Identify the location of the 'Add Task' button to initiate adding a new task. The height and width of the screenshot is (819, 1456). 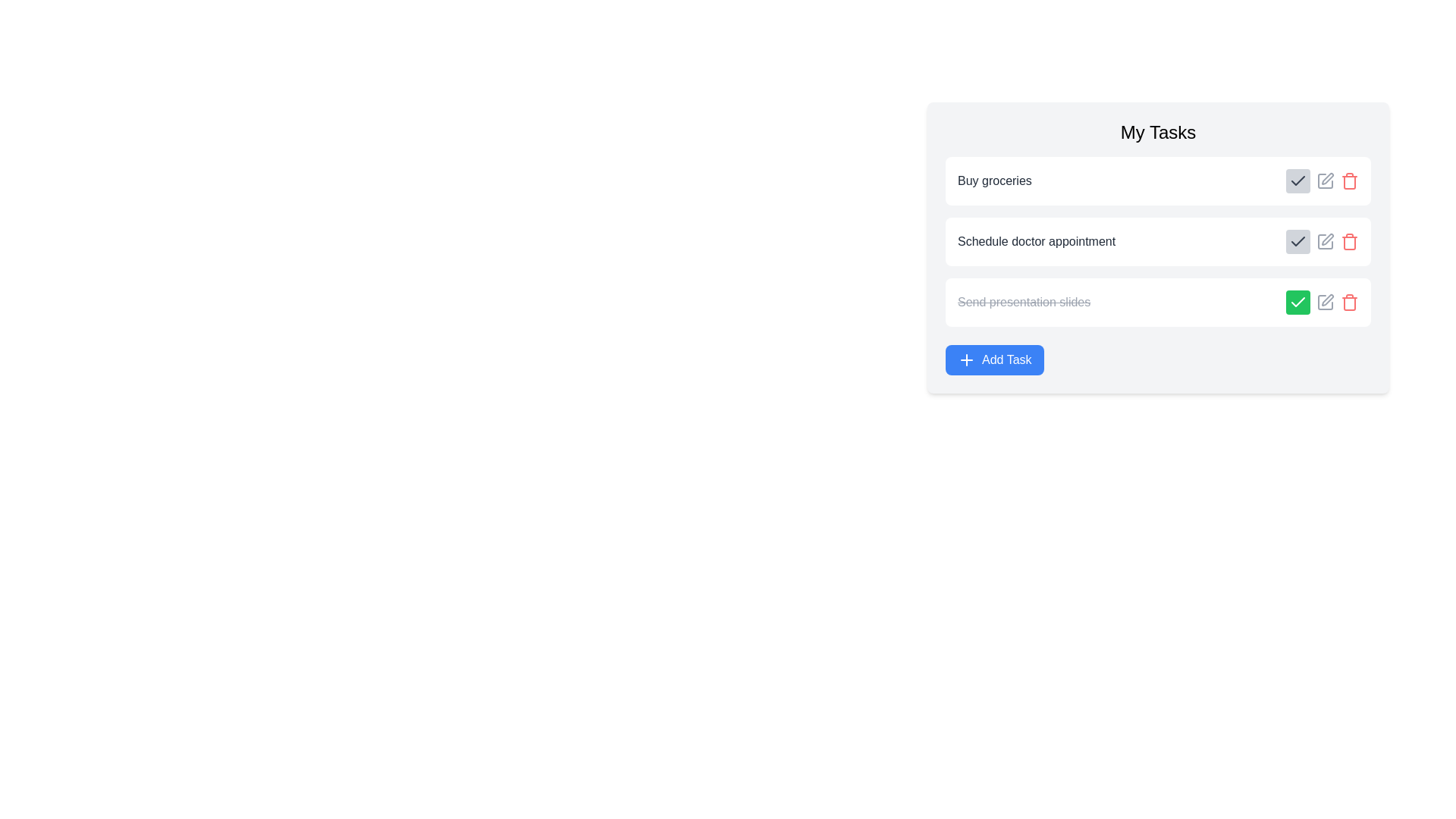
(993, 359).